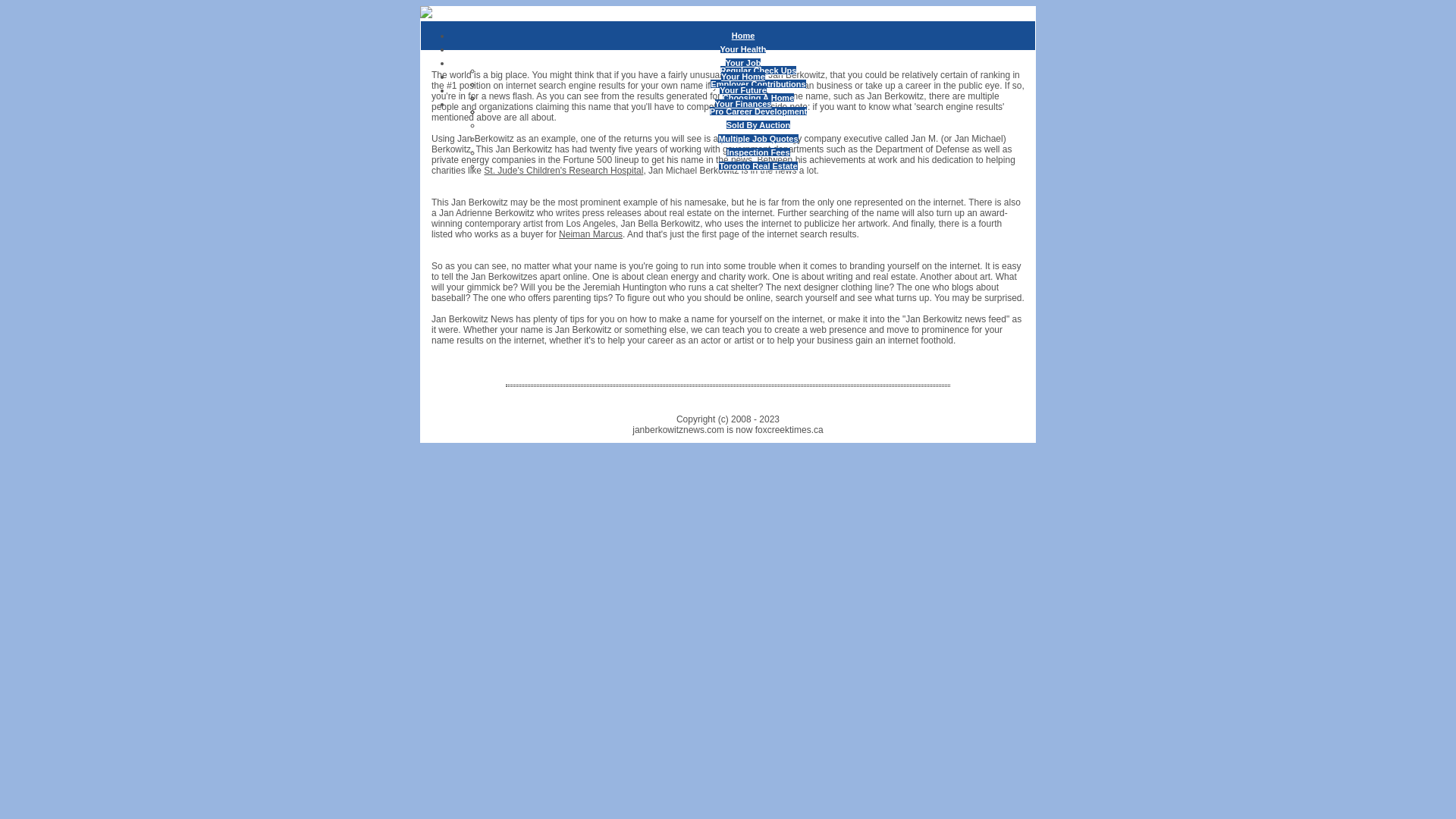 Image resolution: width=1456 pixels, height=819 pixels. What do you see at coordinates (758, 84) in the screenshot?
I see `'Employer Contributions'` at bounding box center [758, 84].